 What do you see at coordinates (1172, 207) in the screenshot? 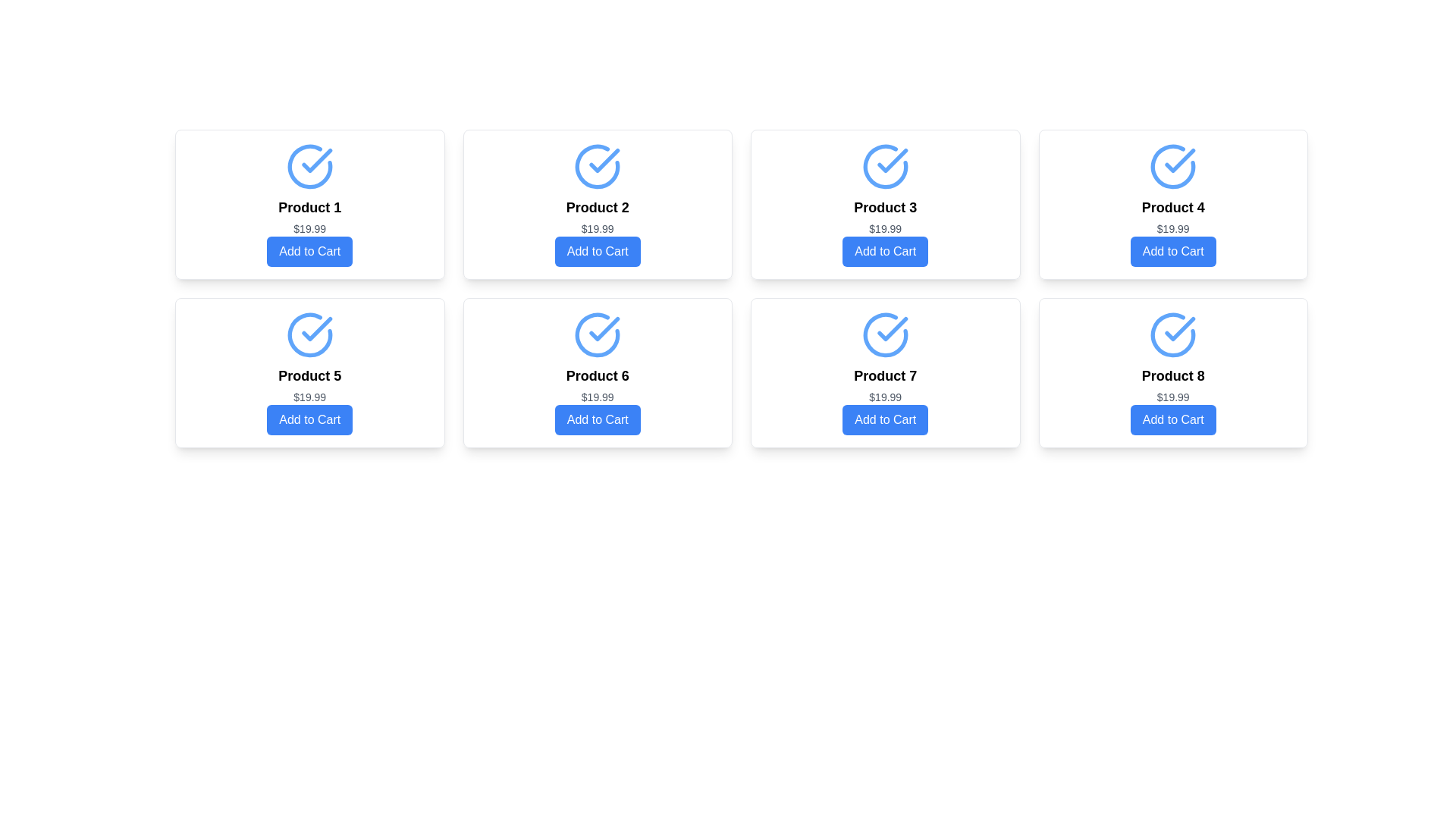
I see `the product name text label located in the second row, second column of the product cards grid, positioned below the icon and above the price text '$19.99'` at bounding box center [1172, 207].